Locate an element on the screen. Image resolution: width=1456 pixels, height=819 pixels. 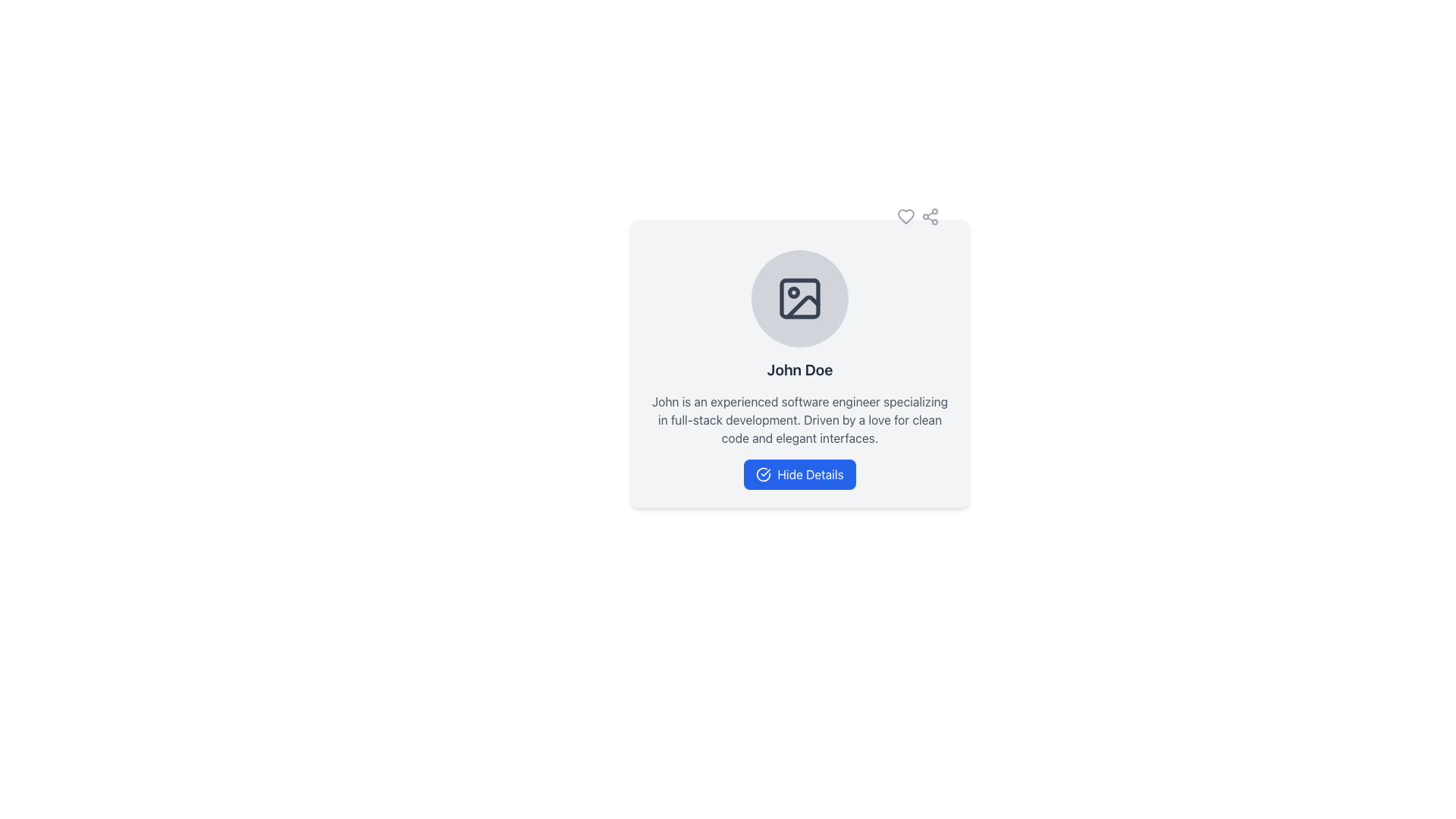
the text block that informs users about John's professional skills and expertise, positioned beneath the heading 'John Doe' and above the 'Hide Details' button is located at coordinates (799, 420).